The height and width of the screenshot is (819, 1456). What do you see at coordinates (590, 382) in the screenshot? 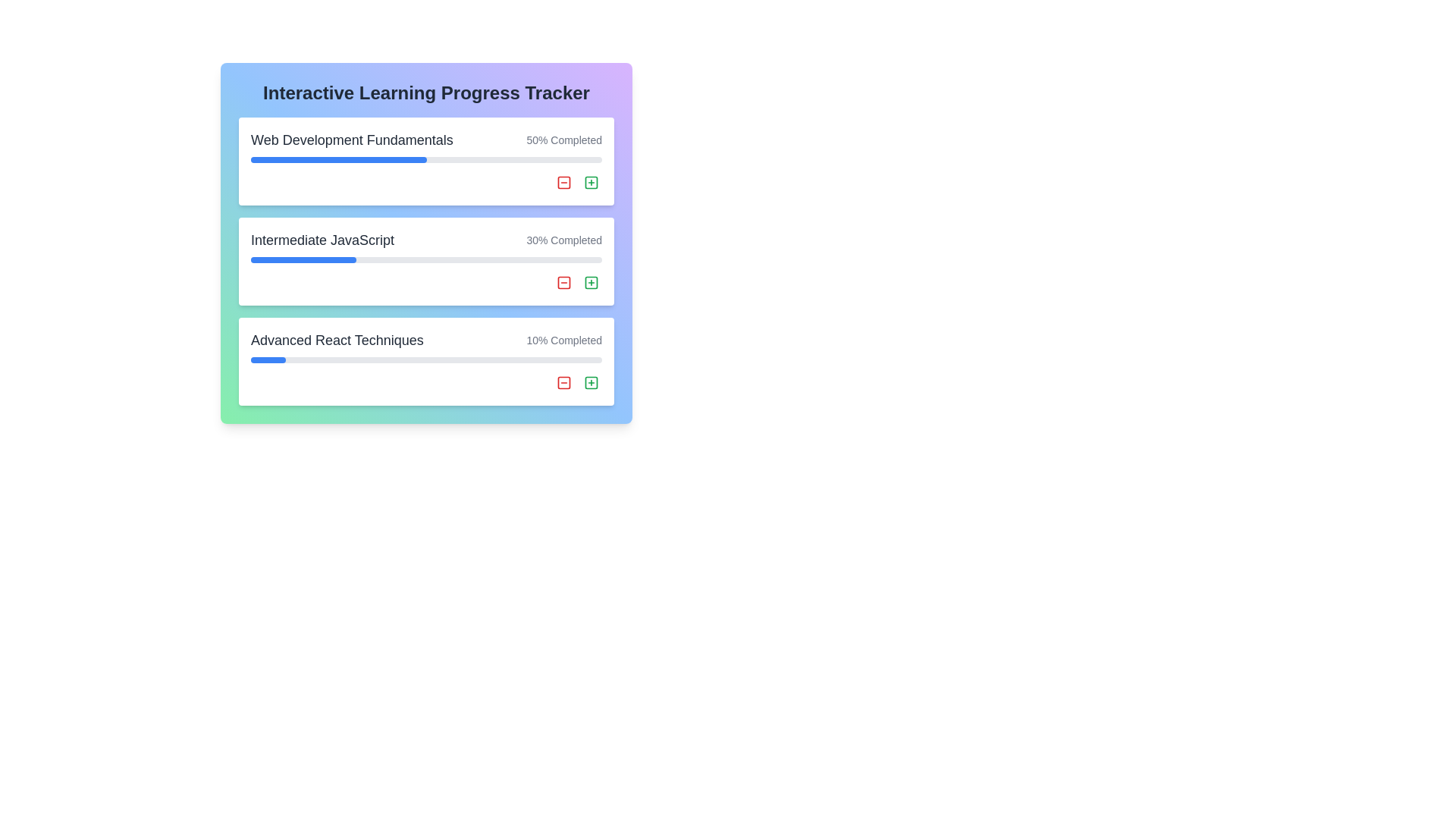
I see `the green outlined button with a plus sign icon located in the bottom-right section of the 'Advanced React Techniques' course card to observe the hover effect` at bounding box center [590, 382].